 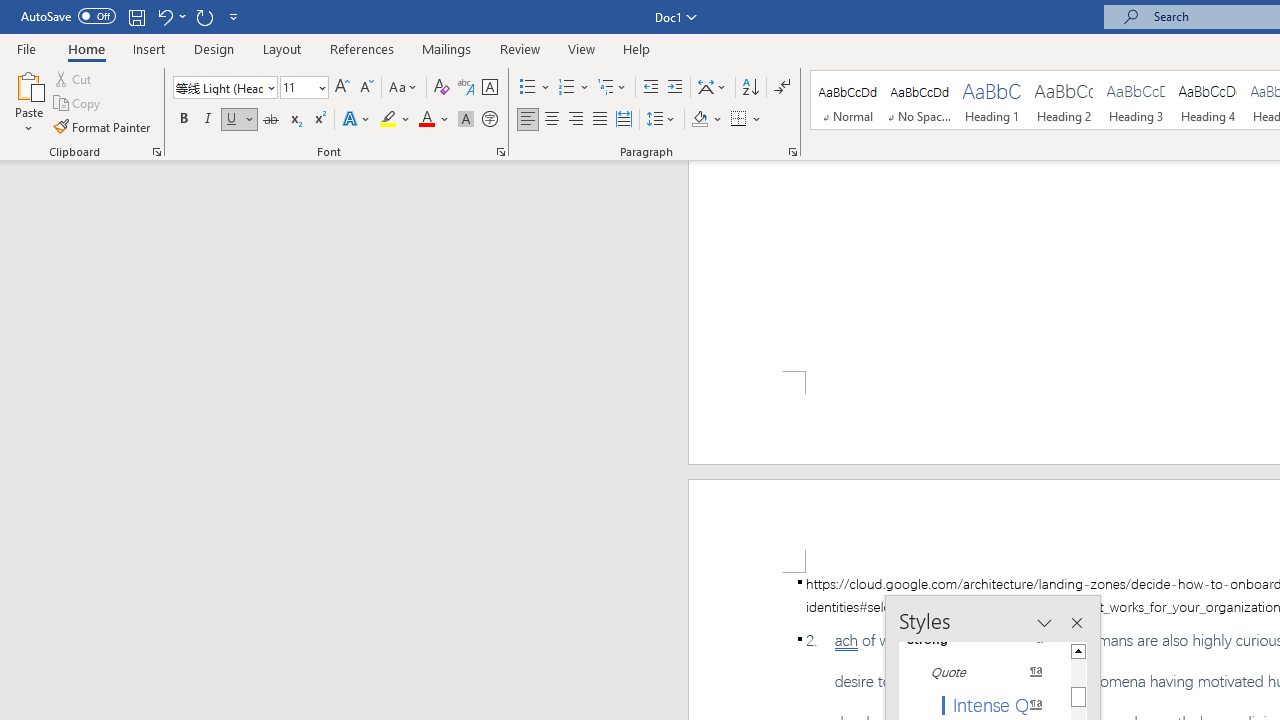 What do you see at coordinates (74, 78) in the screenshot?
I see `'Cut'` at bounding box center [74, 78].